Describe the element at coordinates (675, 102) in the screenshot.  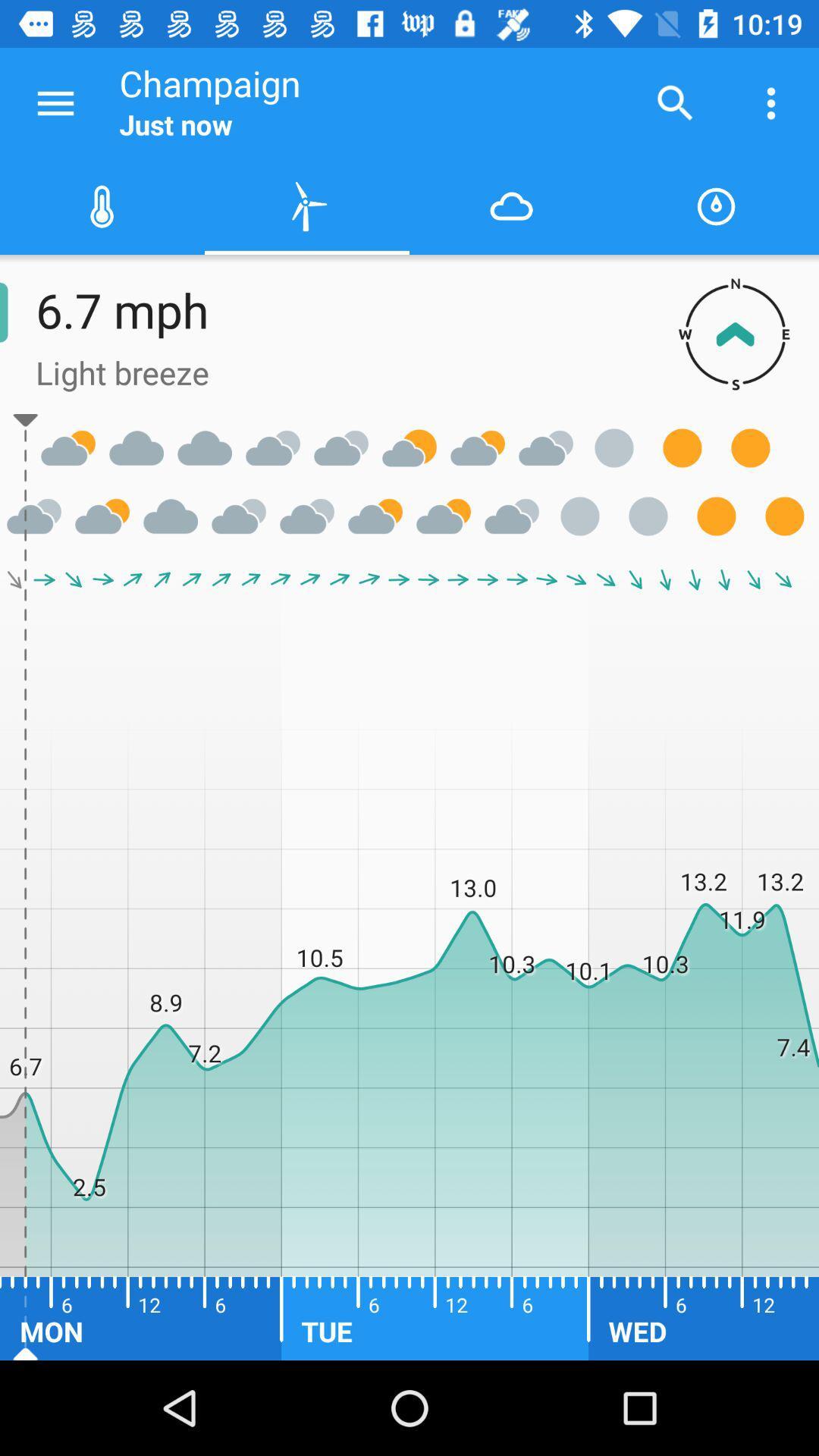
I see `the icon to the right of champaign` at that location.